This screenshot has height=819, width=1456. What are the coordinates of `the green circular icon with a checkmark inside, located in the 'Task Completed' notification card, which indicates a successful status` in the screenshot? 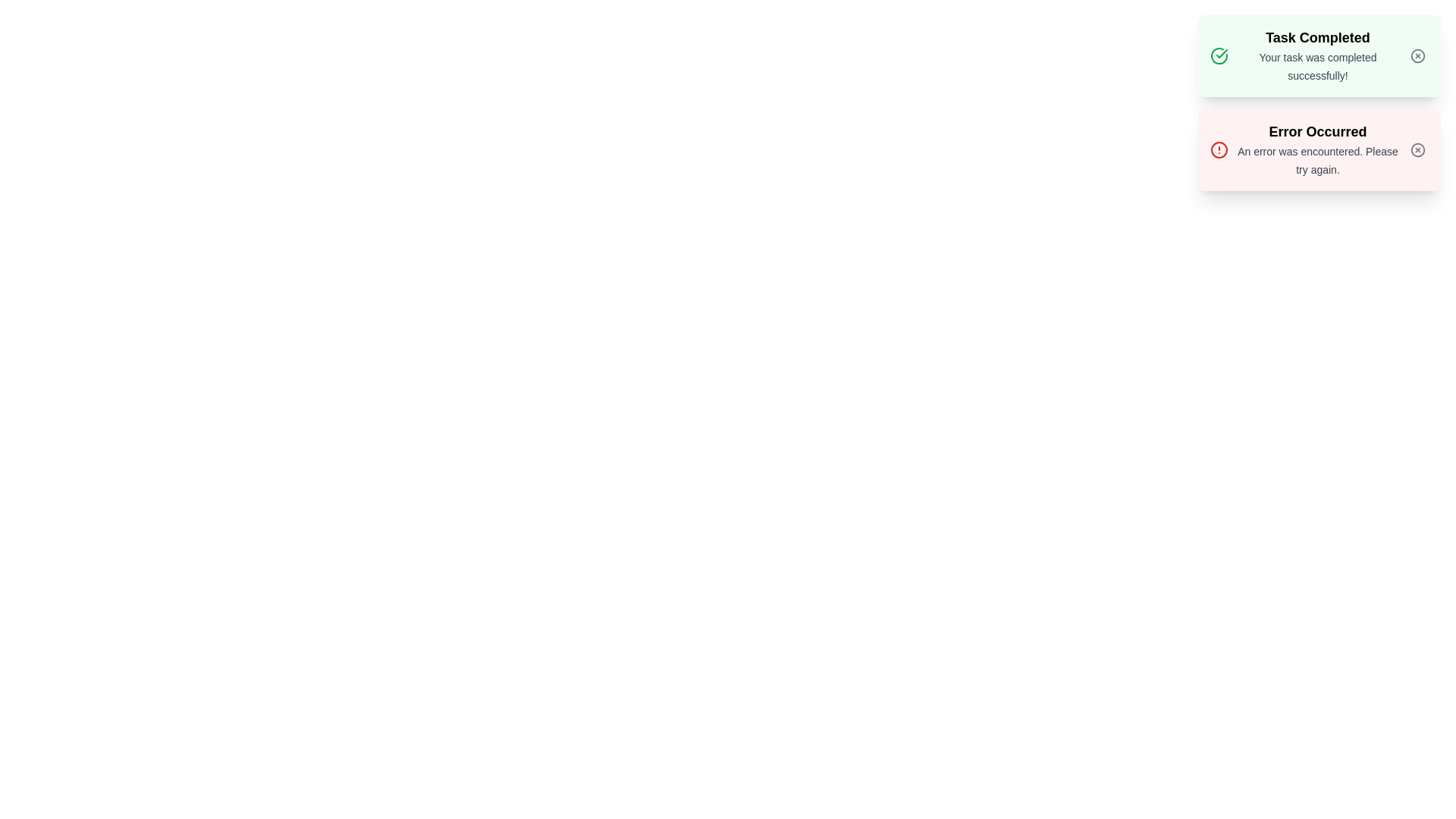 It's located at (1219, 55).